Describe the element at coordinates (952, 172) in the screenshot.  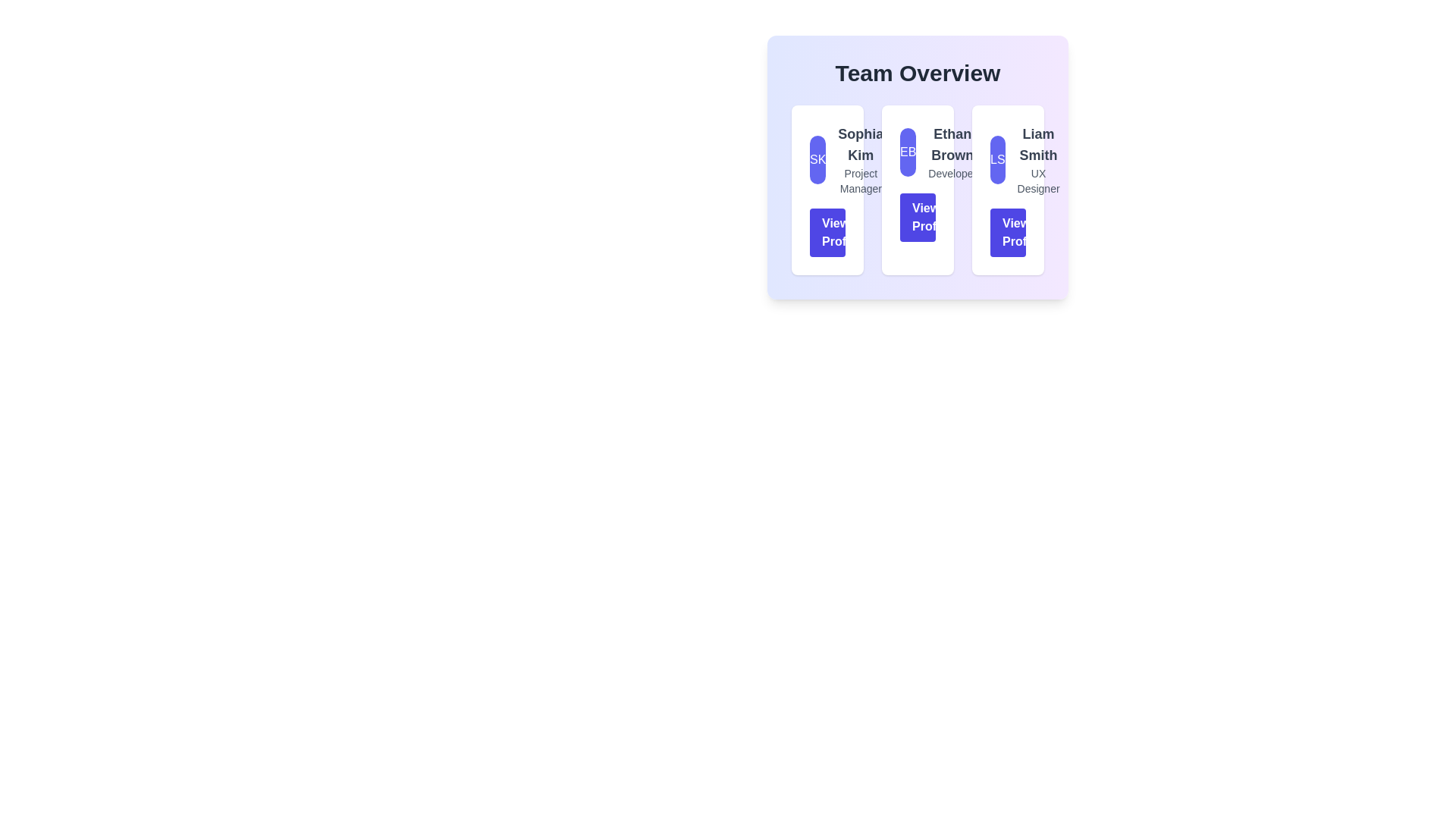
I see `the text label indicating the role 'Developer' for the individual 'Ethan Brown', located in the center column of the 'Team Overview' card` at that location.